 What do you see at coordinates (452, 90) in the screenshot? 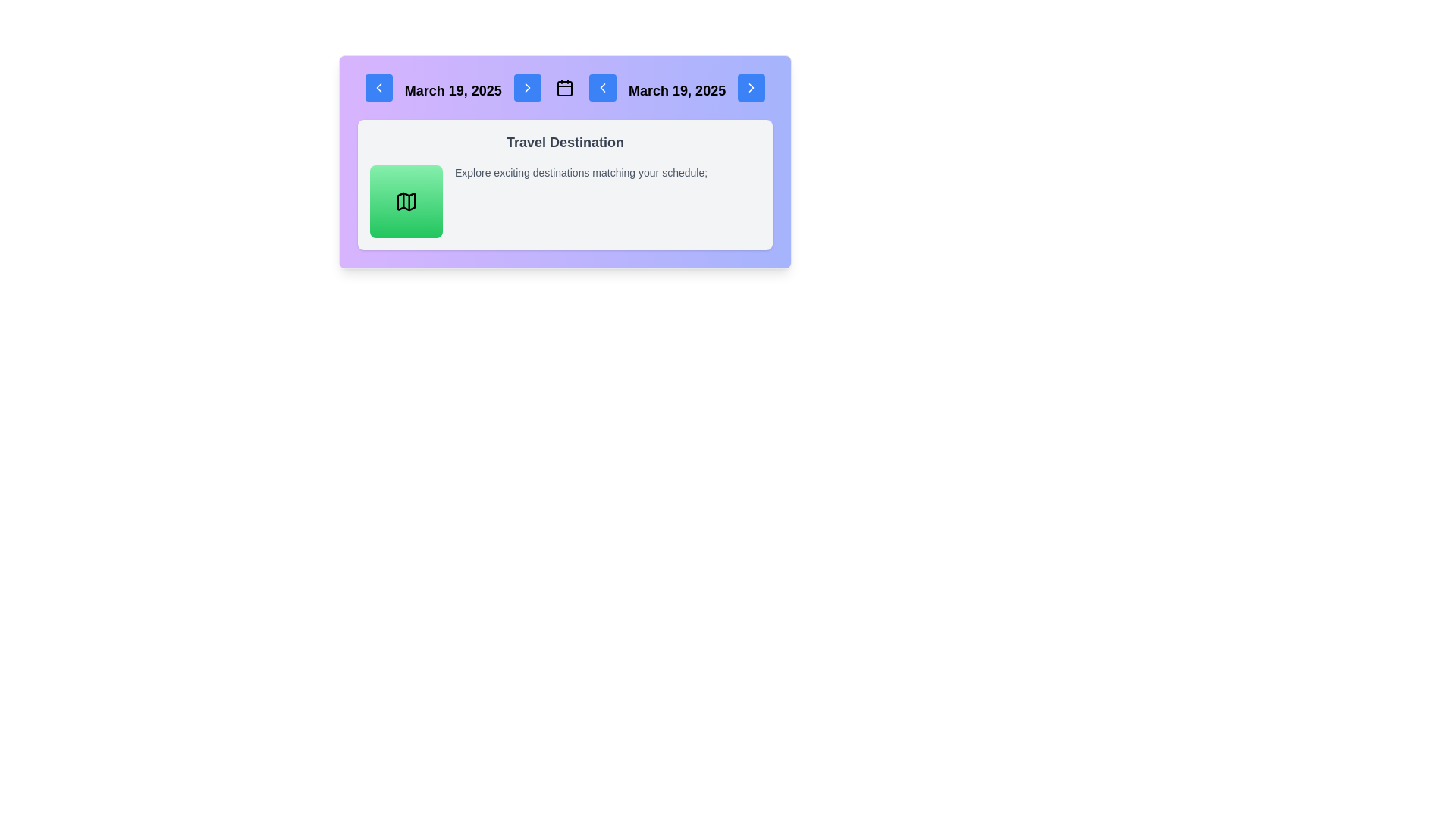
I see `the text label displaying 'March 19, 2025' in bold, located centrally at the top of the interface within the header` at bounding box center [452, 90].